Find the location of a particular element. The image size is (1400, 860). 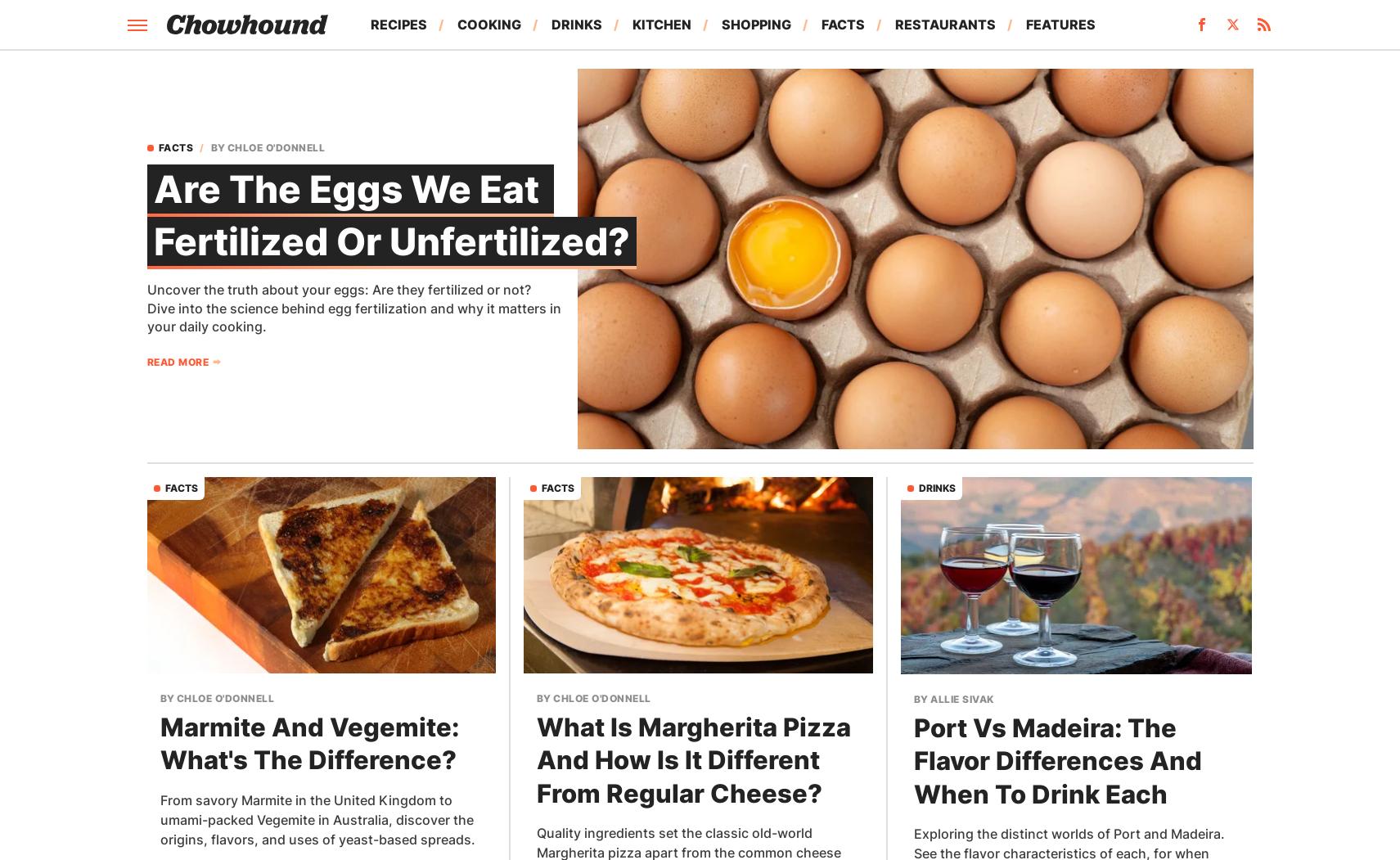

'Restaurants' is located at coordinates (894, 24).